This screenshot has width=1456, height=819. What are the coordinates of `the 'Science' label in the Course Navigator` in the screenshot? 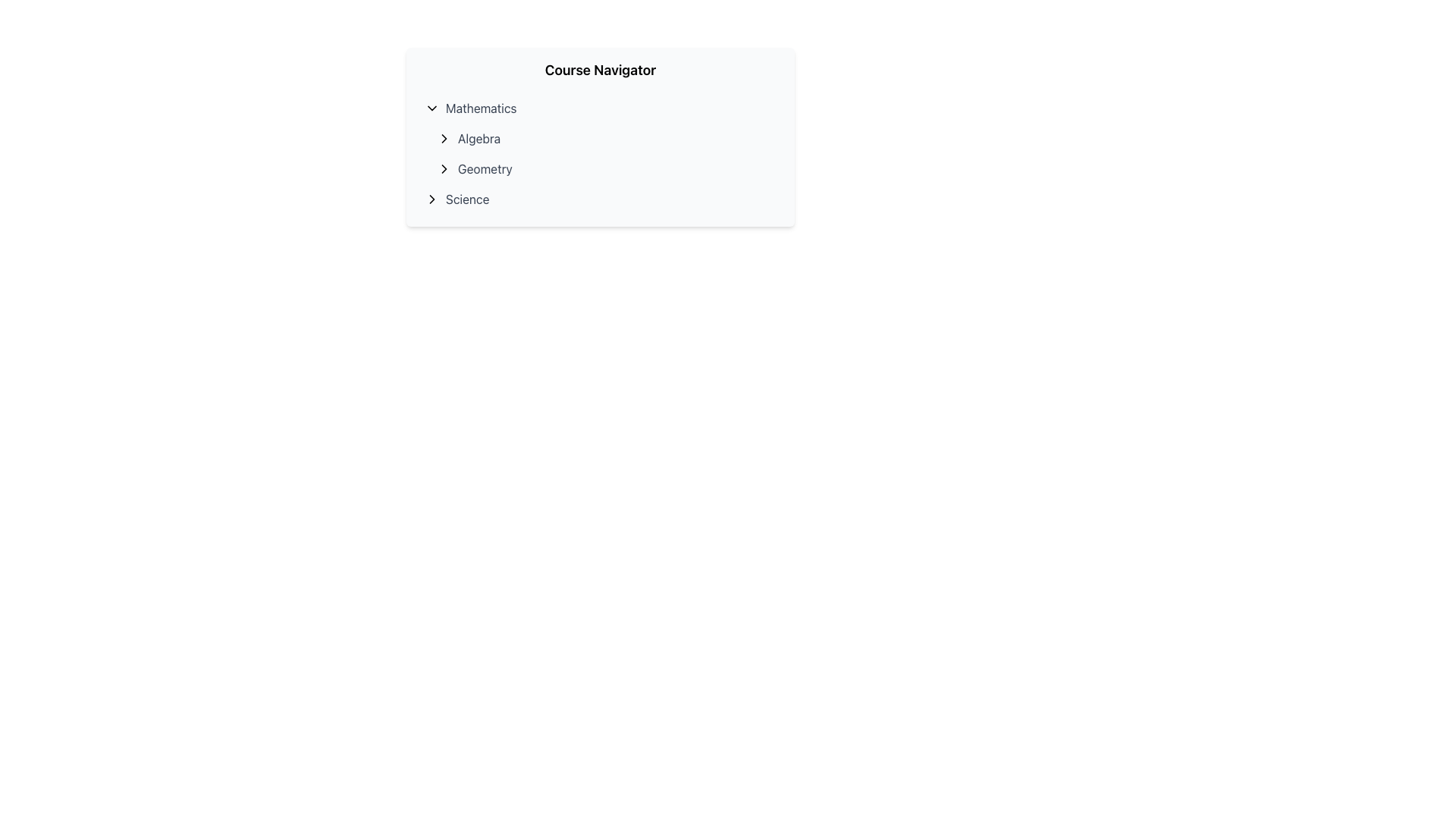 It's located at (466, 198).